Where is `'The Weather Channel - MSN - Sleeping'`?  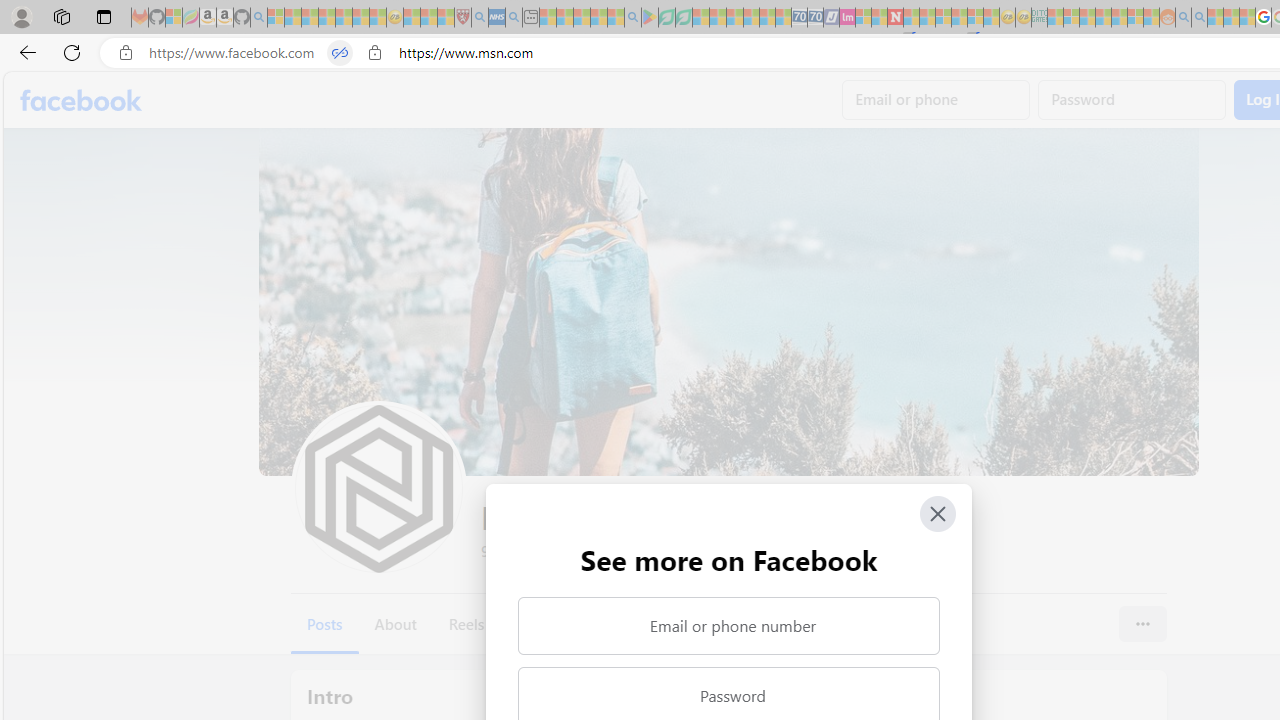 'The Weather Channel - MSN - Sleeping' is located at coordinates (308, 17).